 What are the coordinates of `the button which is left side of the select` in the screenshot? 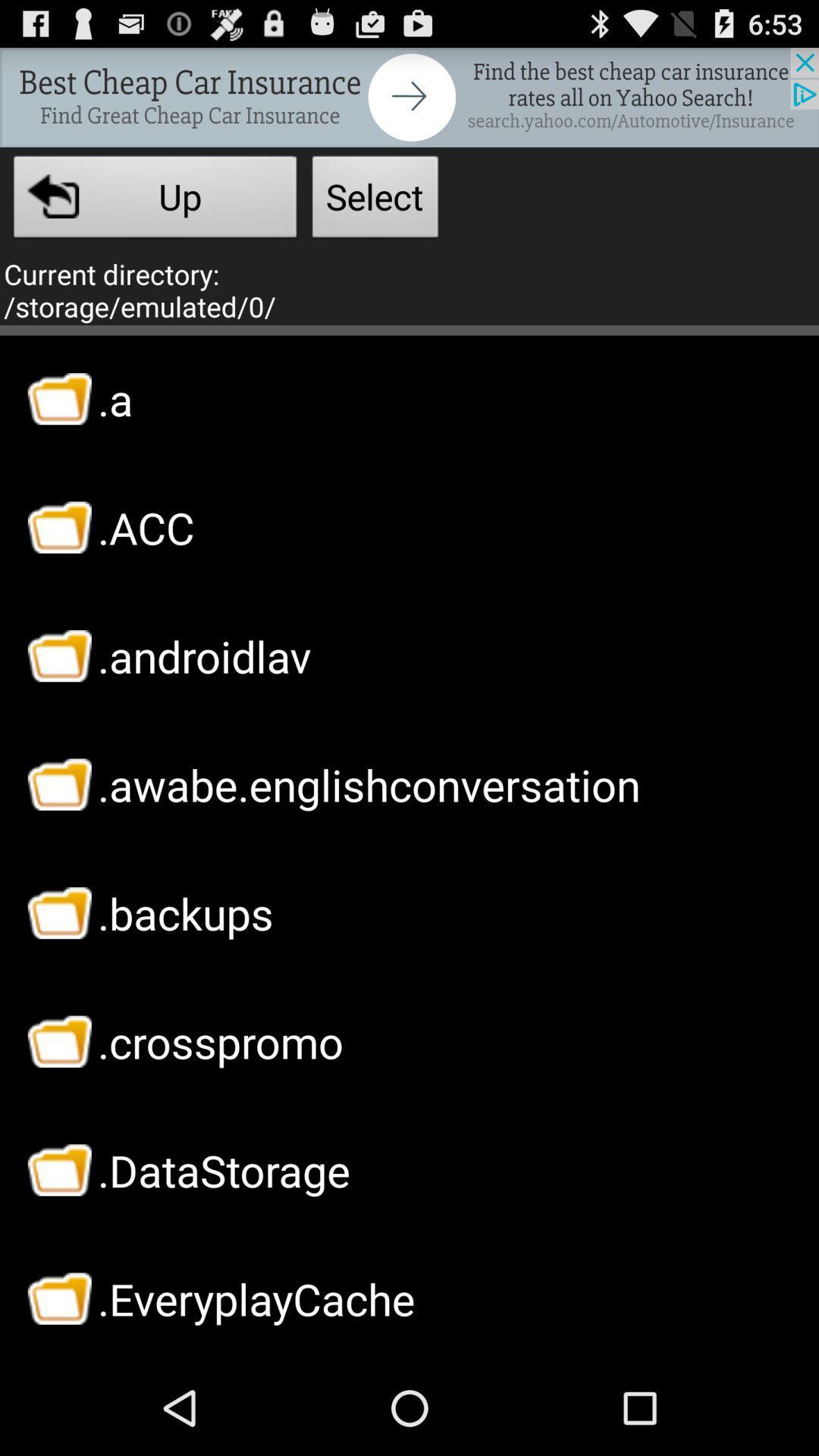 It's located at (155, 200).